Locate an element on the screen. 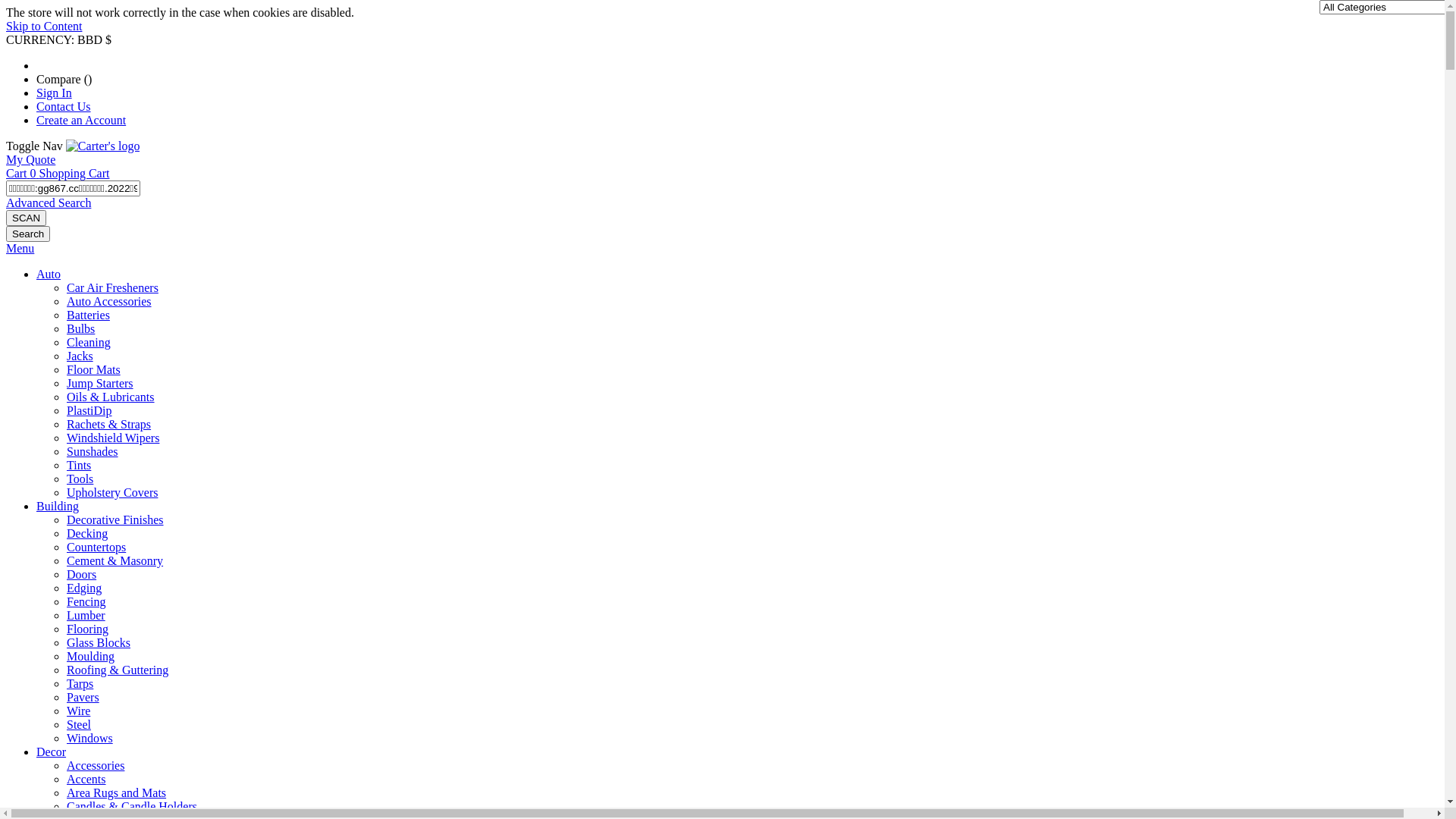  'Lumber' is located at coordinates (85, 615).